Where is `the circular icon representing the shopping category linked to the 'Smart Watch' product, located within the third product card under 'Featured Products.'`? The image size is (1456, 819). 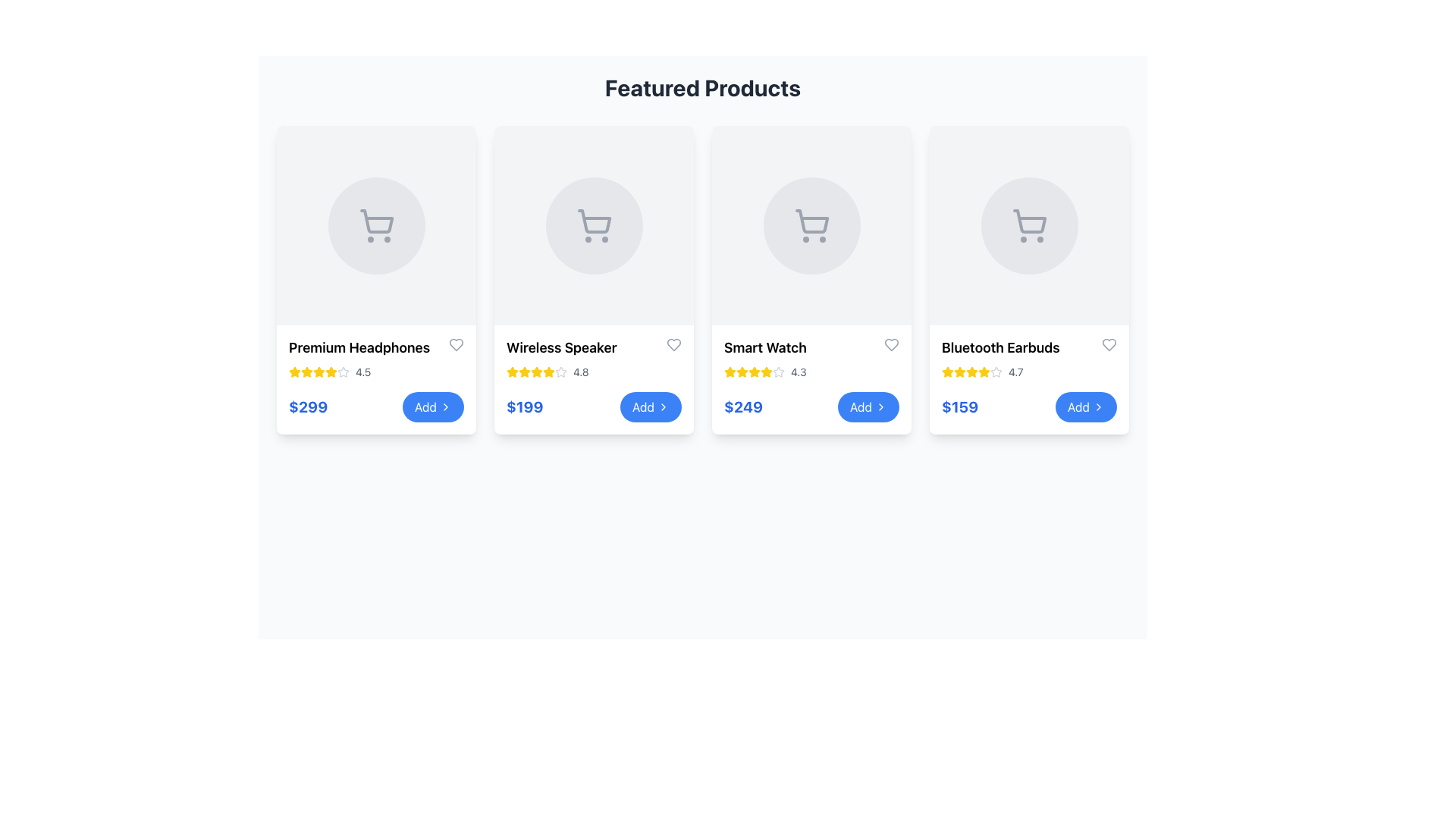
the circular icon representing the shopping category linked to the 'Smart Watch' product, located within the third product card under 'Featured Products.' is located at coordinates (811, 225).